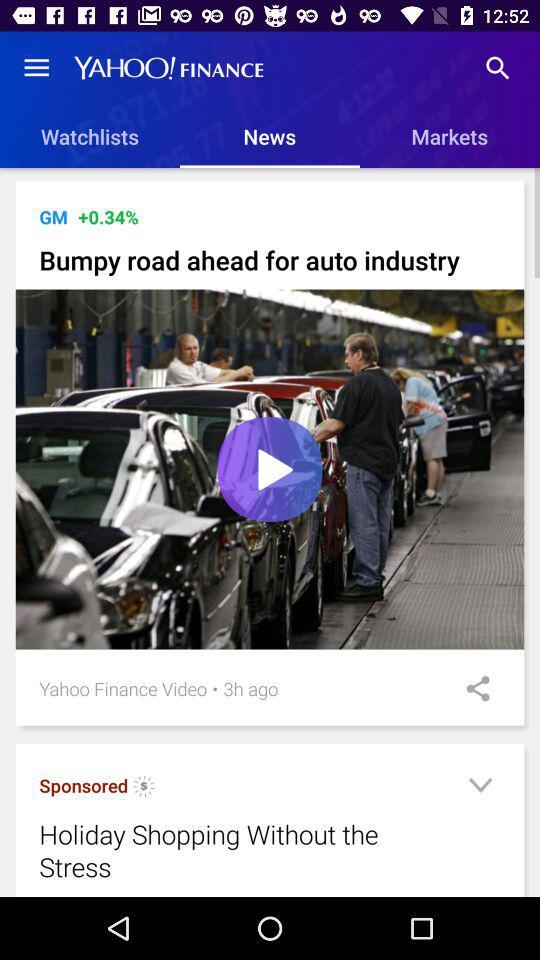 Image resolution: width=540 pixels, height=960 pixels. What do you see at coordinates (36, 68) in the screenshot?
I see `the item above watchlists icon` at bounding box center [36, 68].